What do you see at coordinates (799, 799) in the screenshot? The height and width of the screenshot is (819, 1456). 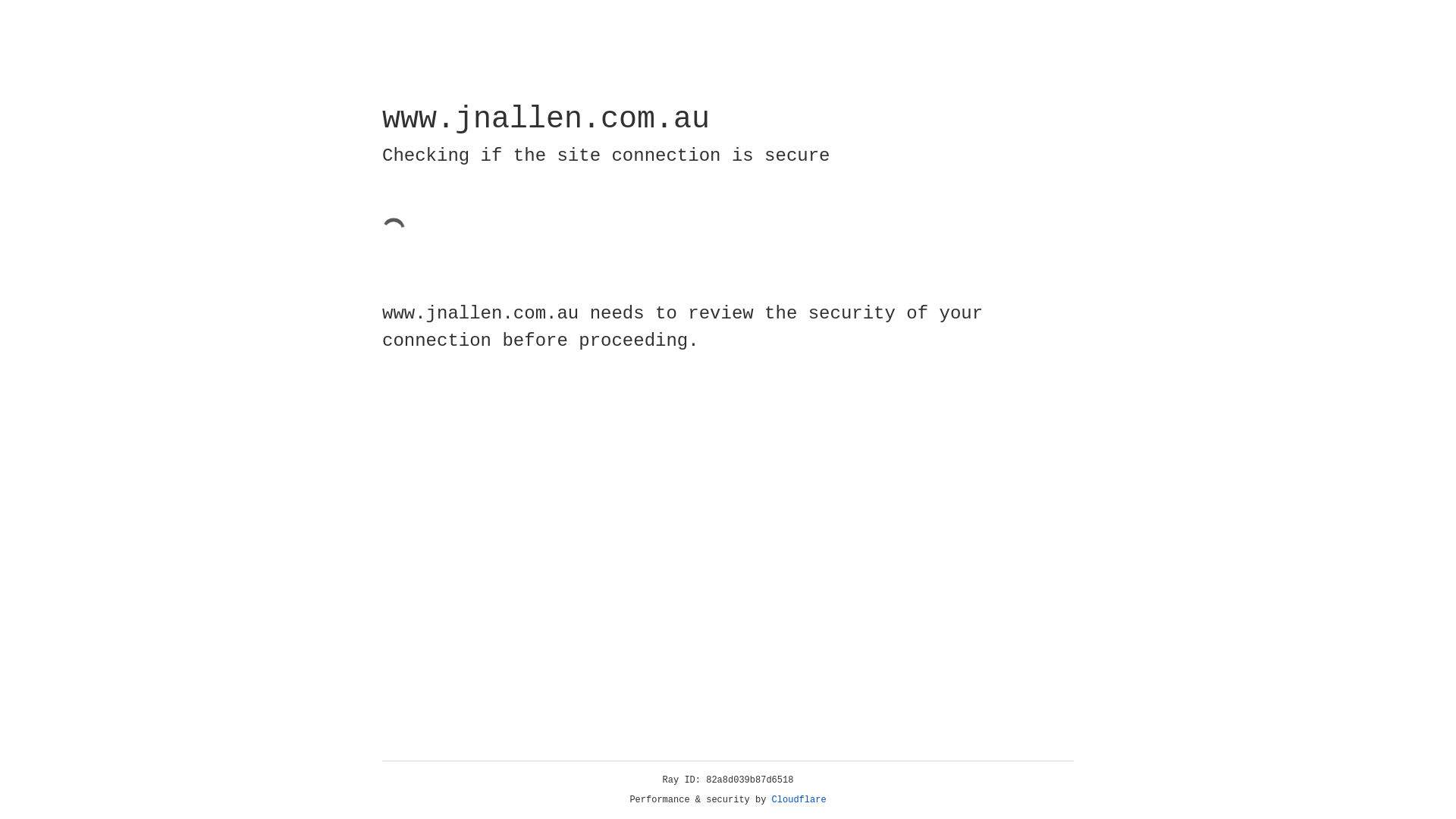 I see `'Cloudflare'` at bounding box center [799, 799].